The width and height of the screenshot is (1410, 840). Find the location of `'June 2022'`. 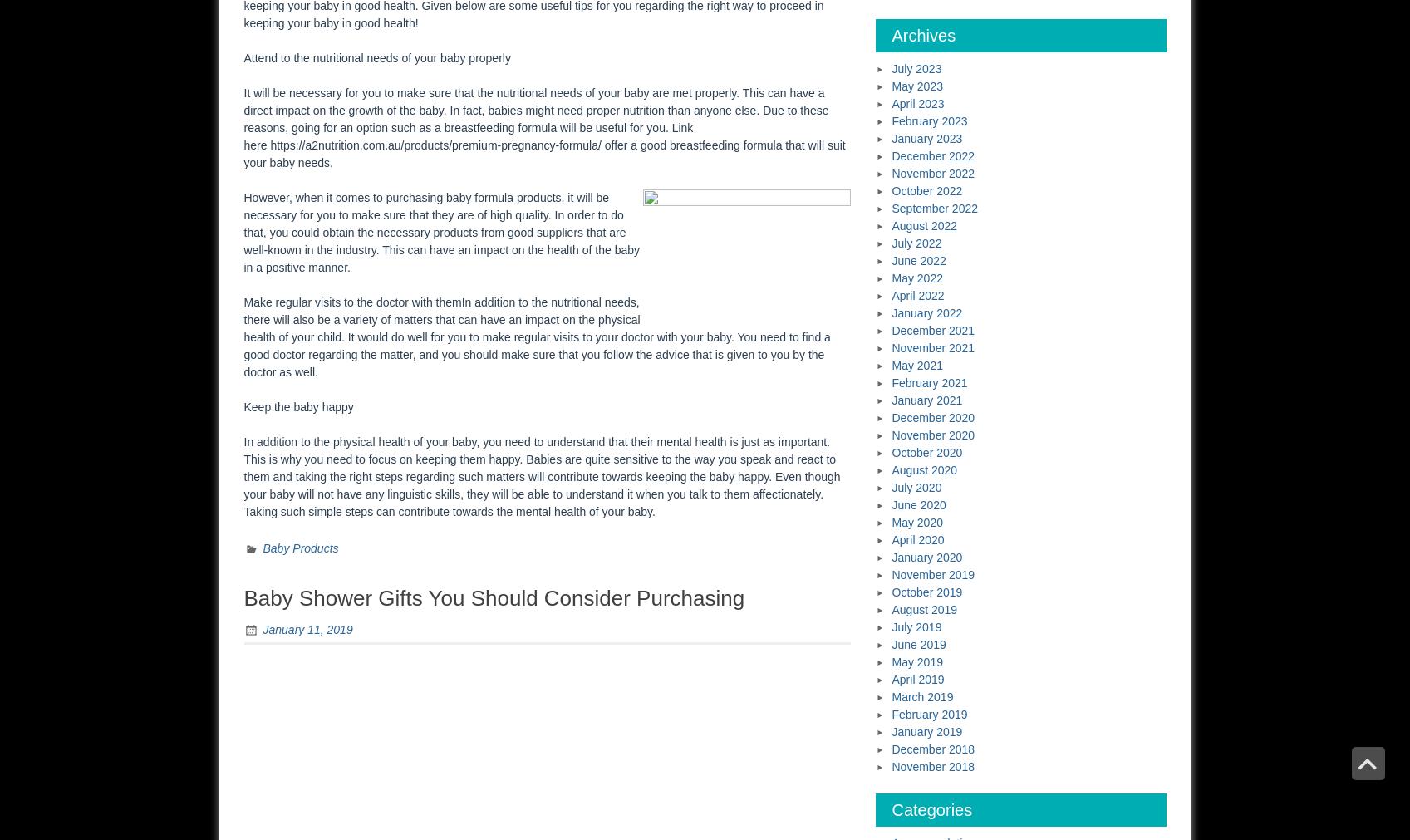

'June 2022' is located at coordinates (918, 260).